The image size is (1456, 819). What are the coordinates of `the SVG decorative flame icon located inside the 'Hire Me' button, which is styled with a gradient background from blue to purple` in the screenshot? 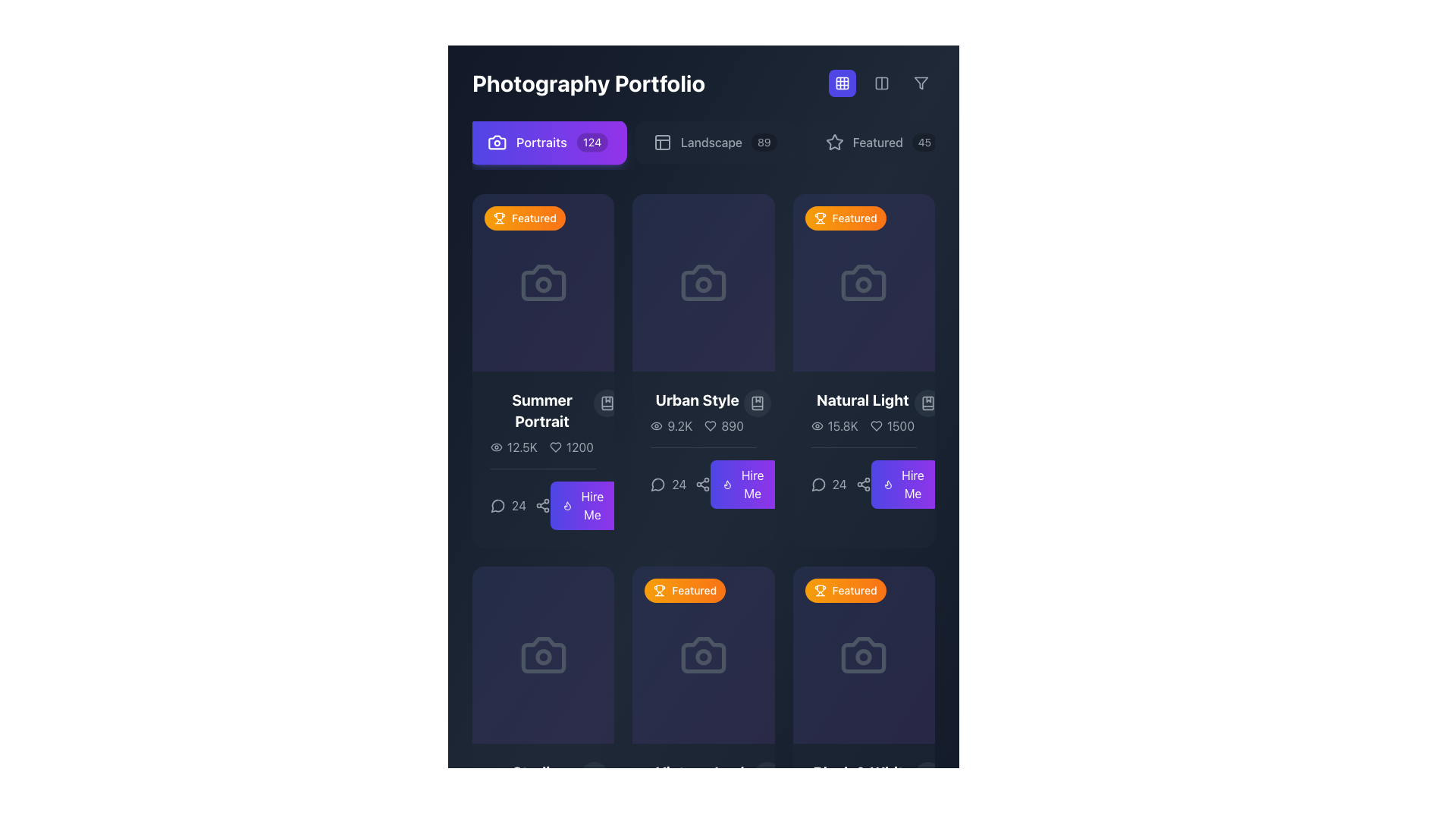 It's located at (566, 506).